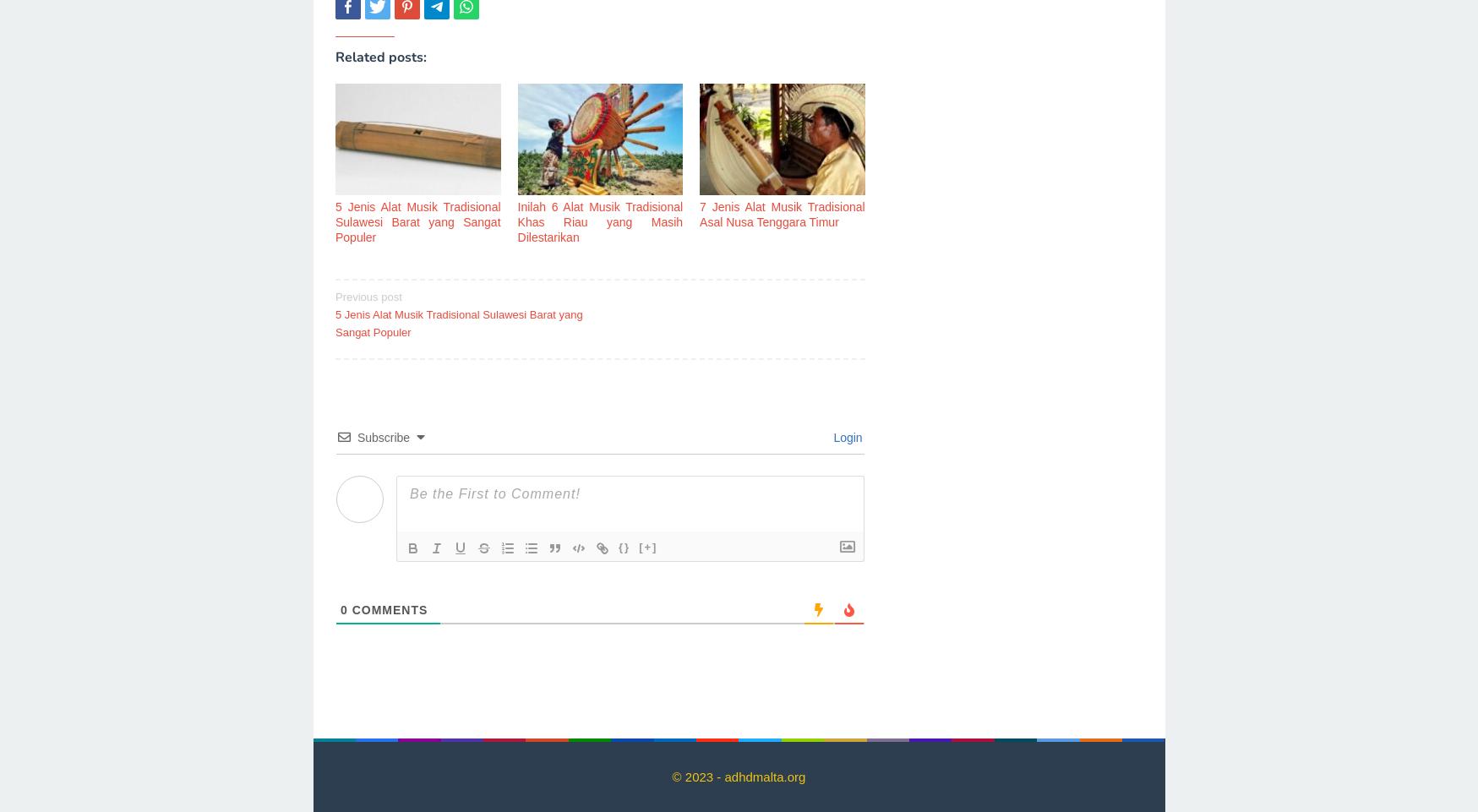  I want to click on '5 Jenis Alat Musik Tradisional Sulawesi Barat yang Sangat Populer', so click(417, 221).